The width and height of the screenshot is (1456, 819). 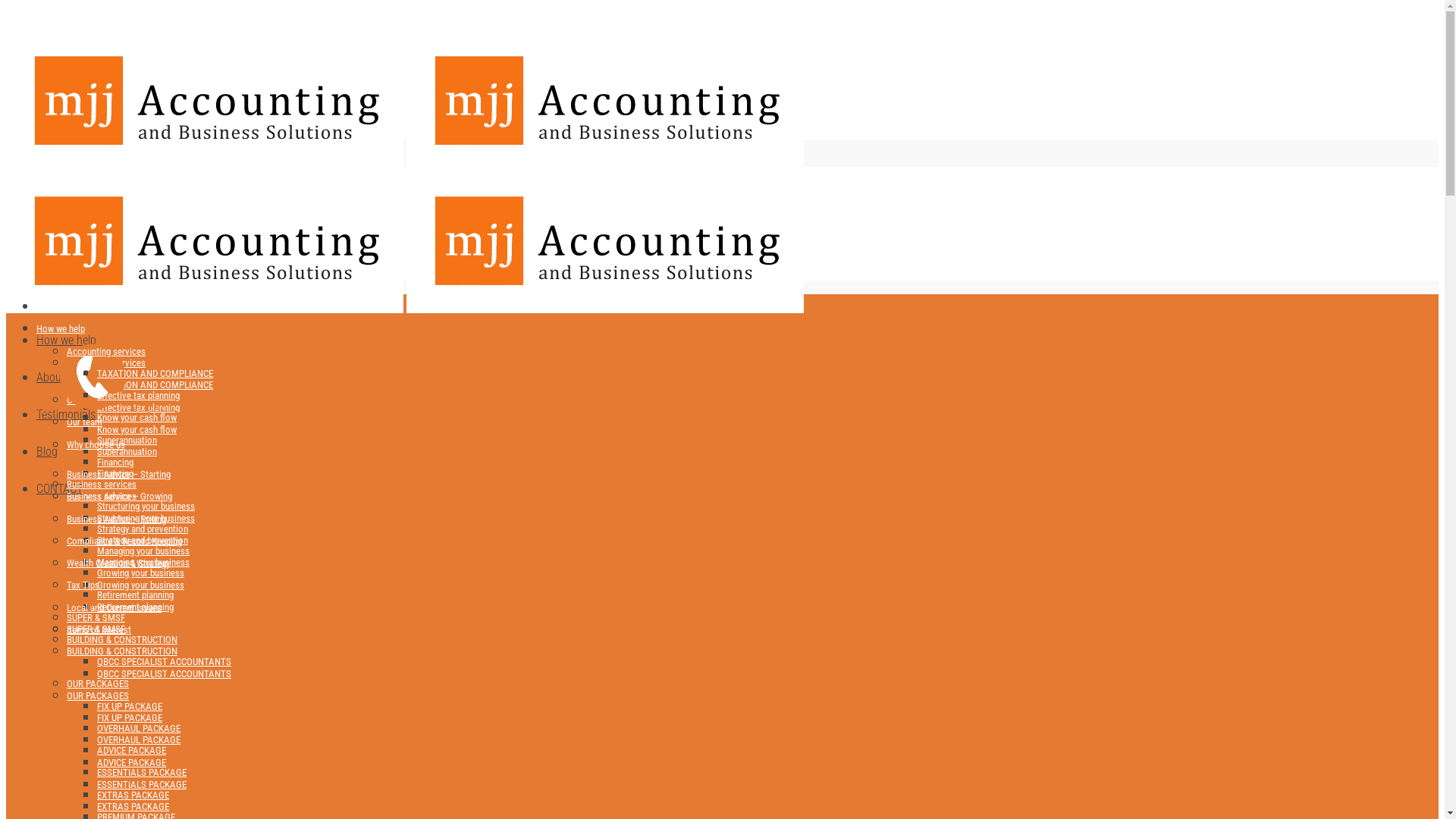 What do you see at coordinates (97, 683) in the screenshot?
I see `'OUR PACKAGES'` at bounding box center [97, 683].